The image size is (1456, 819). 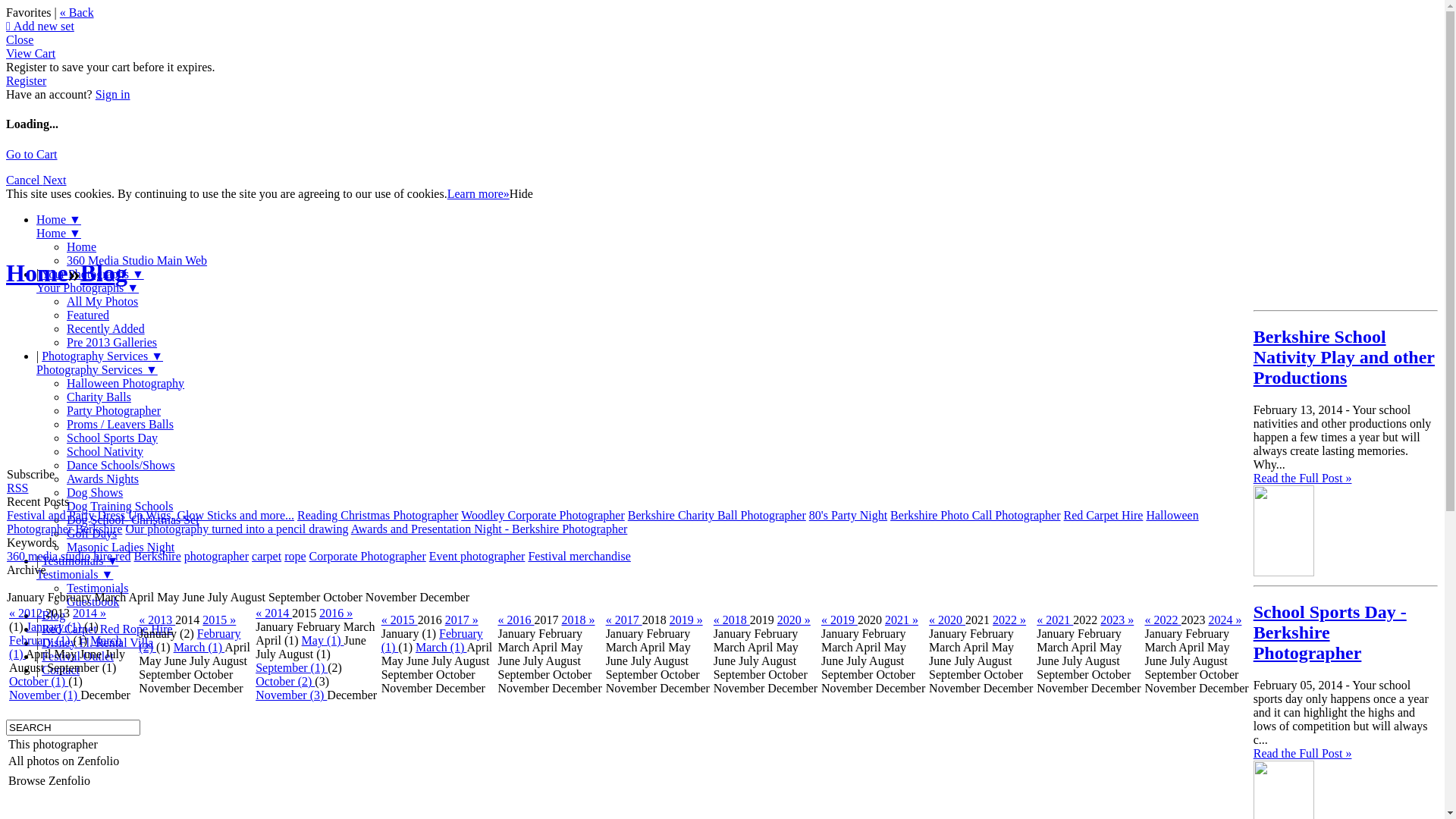 I want to click on 'Dog Training Schools', so click(x=119, y=506).